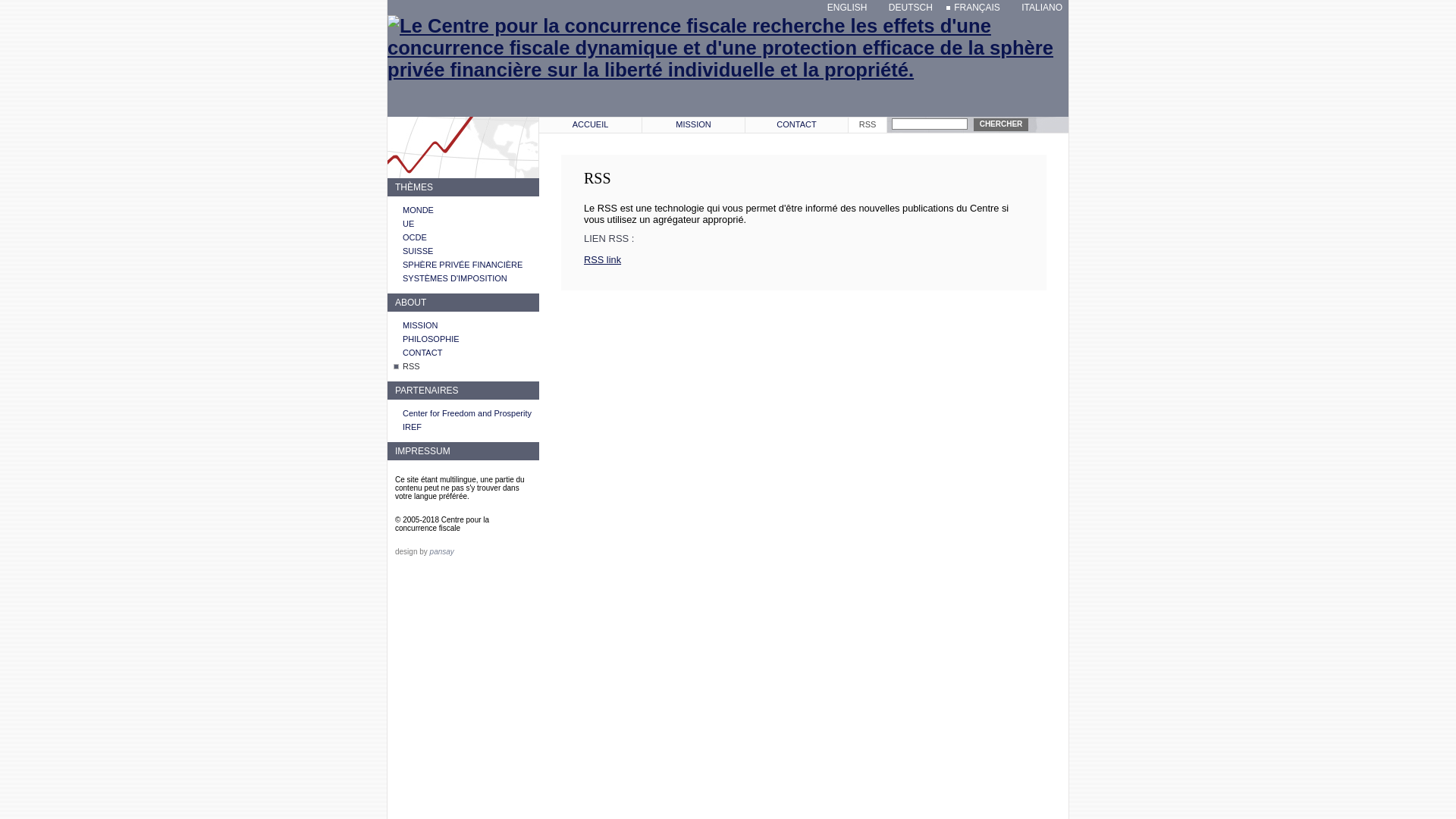  I want to click on 'IREF', so click(412, 427).